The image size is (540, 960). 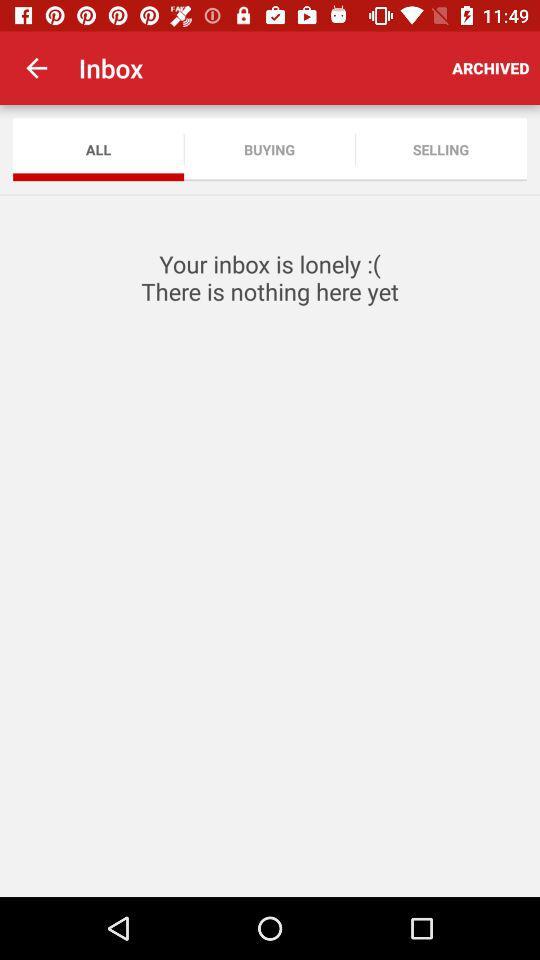 I want to click on item above all, so click(x=36, y=68).